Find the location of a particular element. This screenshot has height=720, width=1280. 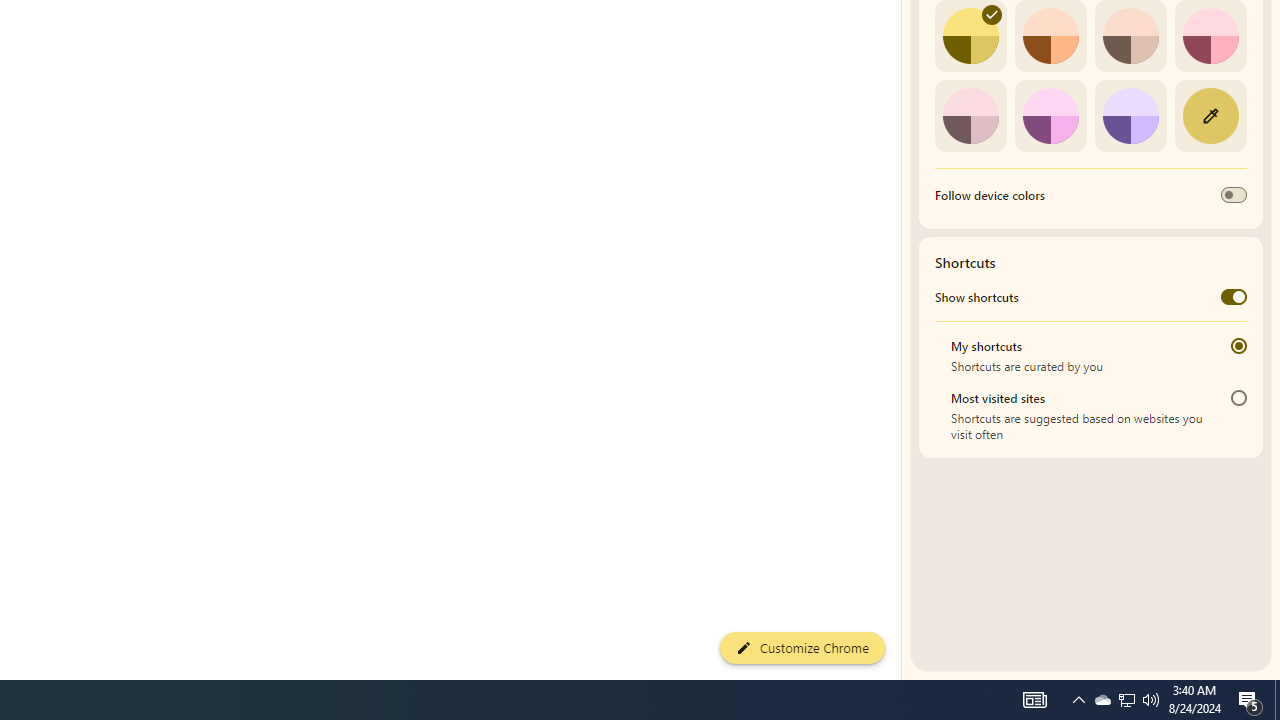

'Violet' is located at coordinates (1130, 115).